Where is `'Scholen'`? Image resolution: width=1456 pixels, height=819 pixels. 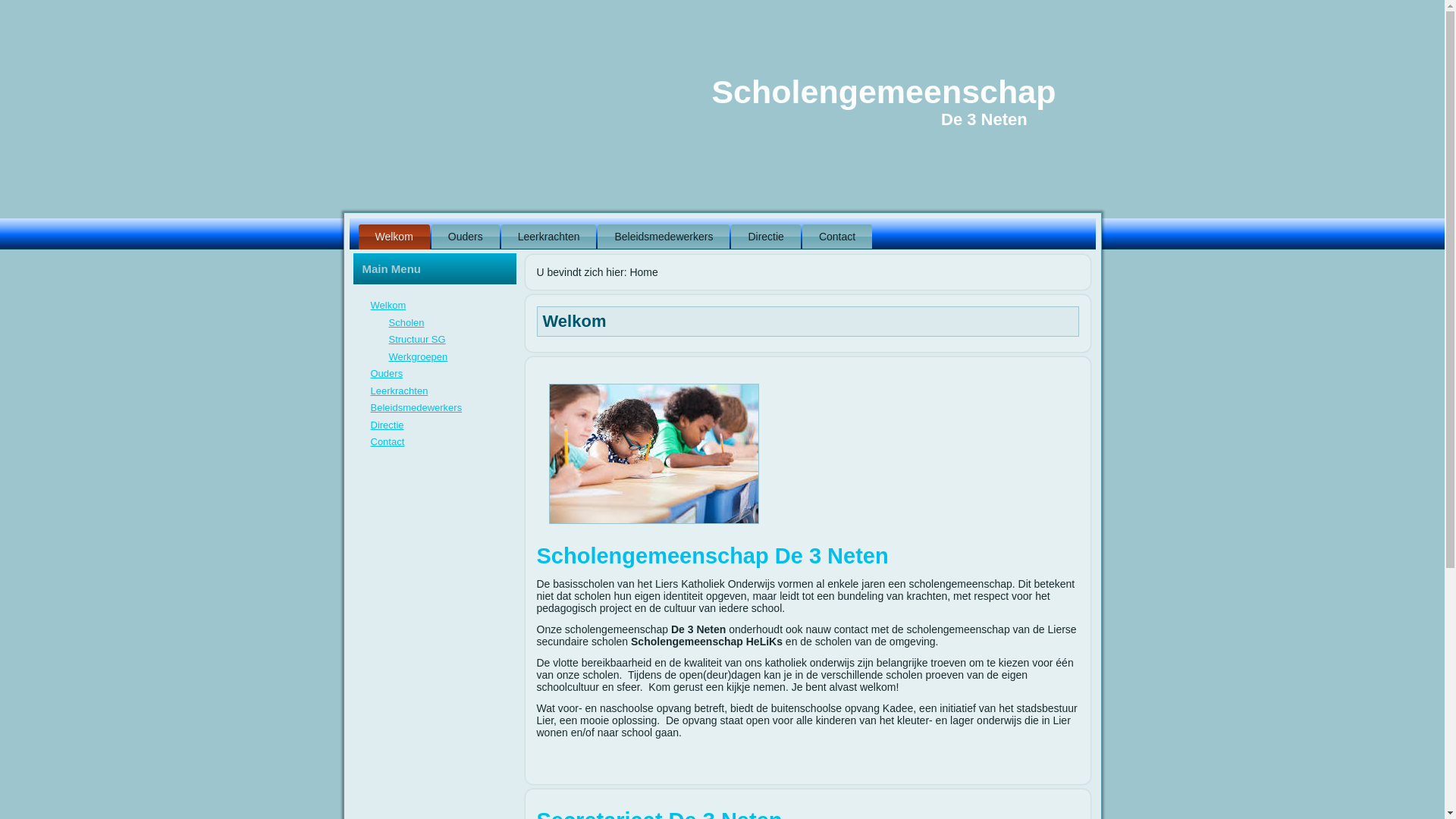 'Scholen' is located at coordinates (406, 322).